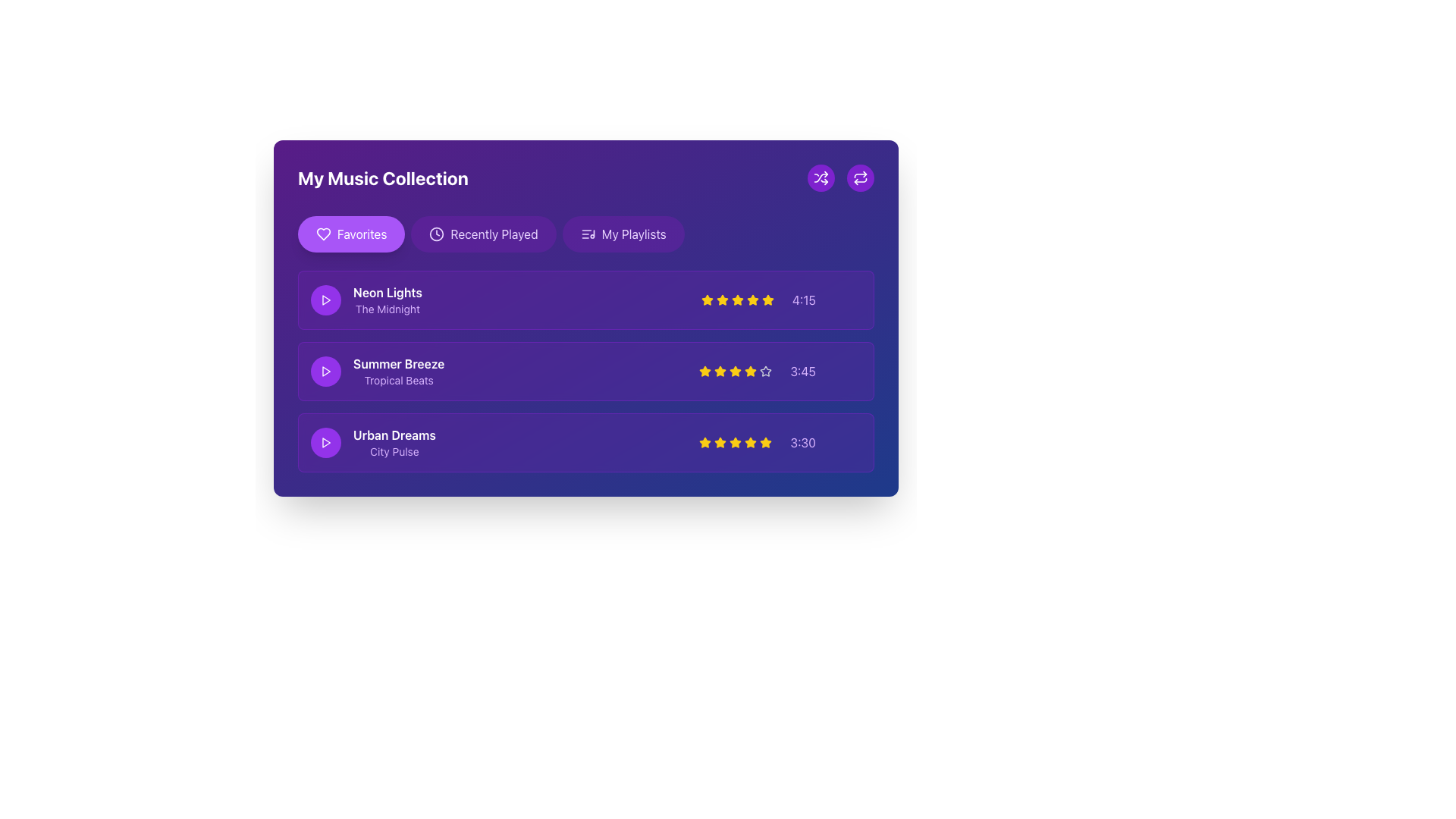  What do you see at coordinates (752, 300) in the screenshot?
I see `the first golden rating star for the music item 'Neon Lights' in the playlist` at bounding box center [752, 300].